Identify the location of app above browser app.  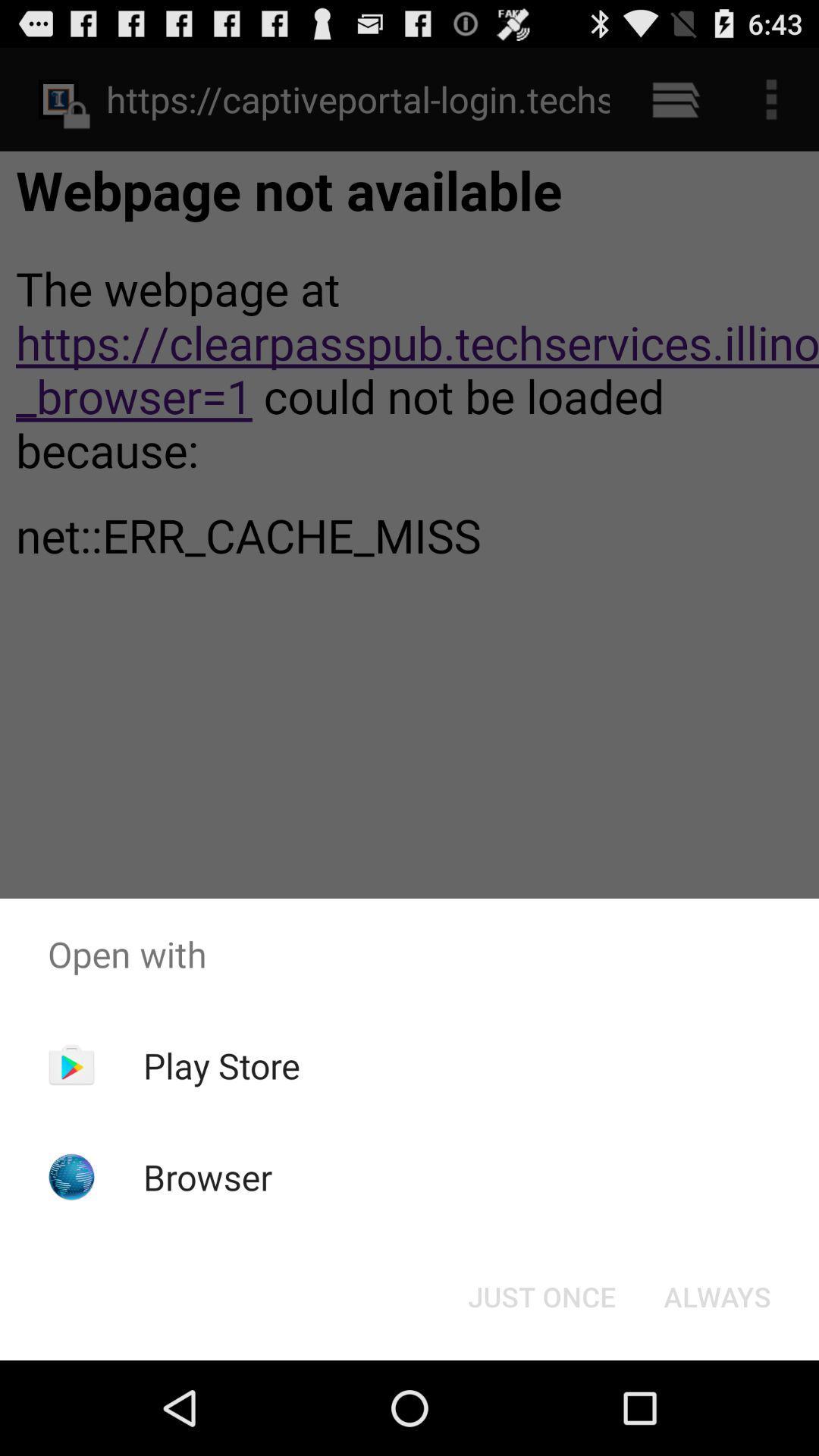
(221, 1065).